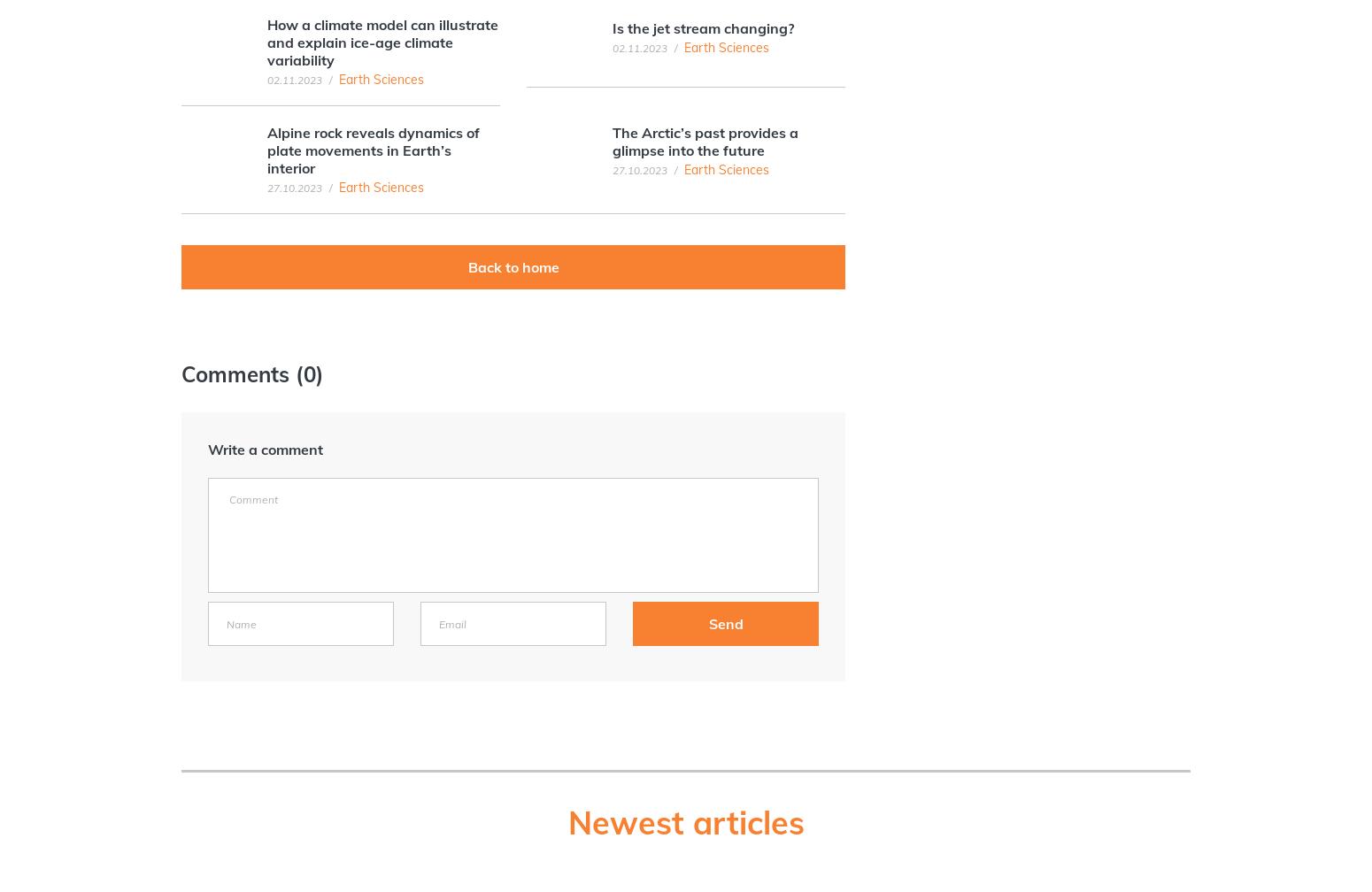 The height and width of the screenshot is (892, 1372). Describe the element at coordinates (181, 373) in the screenshot. I see `'Comments (0)'` at that location.